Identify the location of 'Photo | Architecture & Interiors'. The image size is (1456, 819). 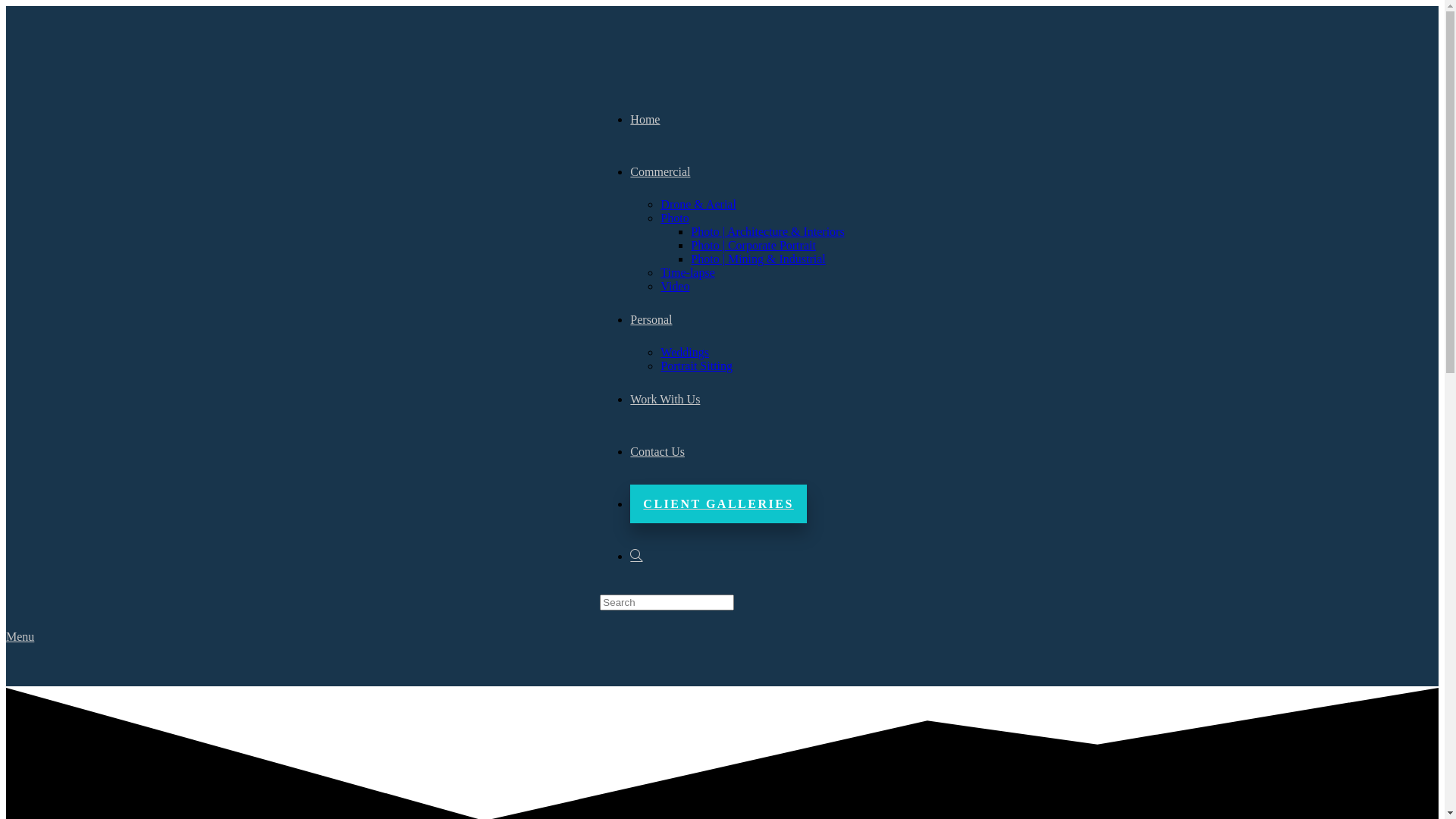
(767, 231).